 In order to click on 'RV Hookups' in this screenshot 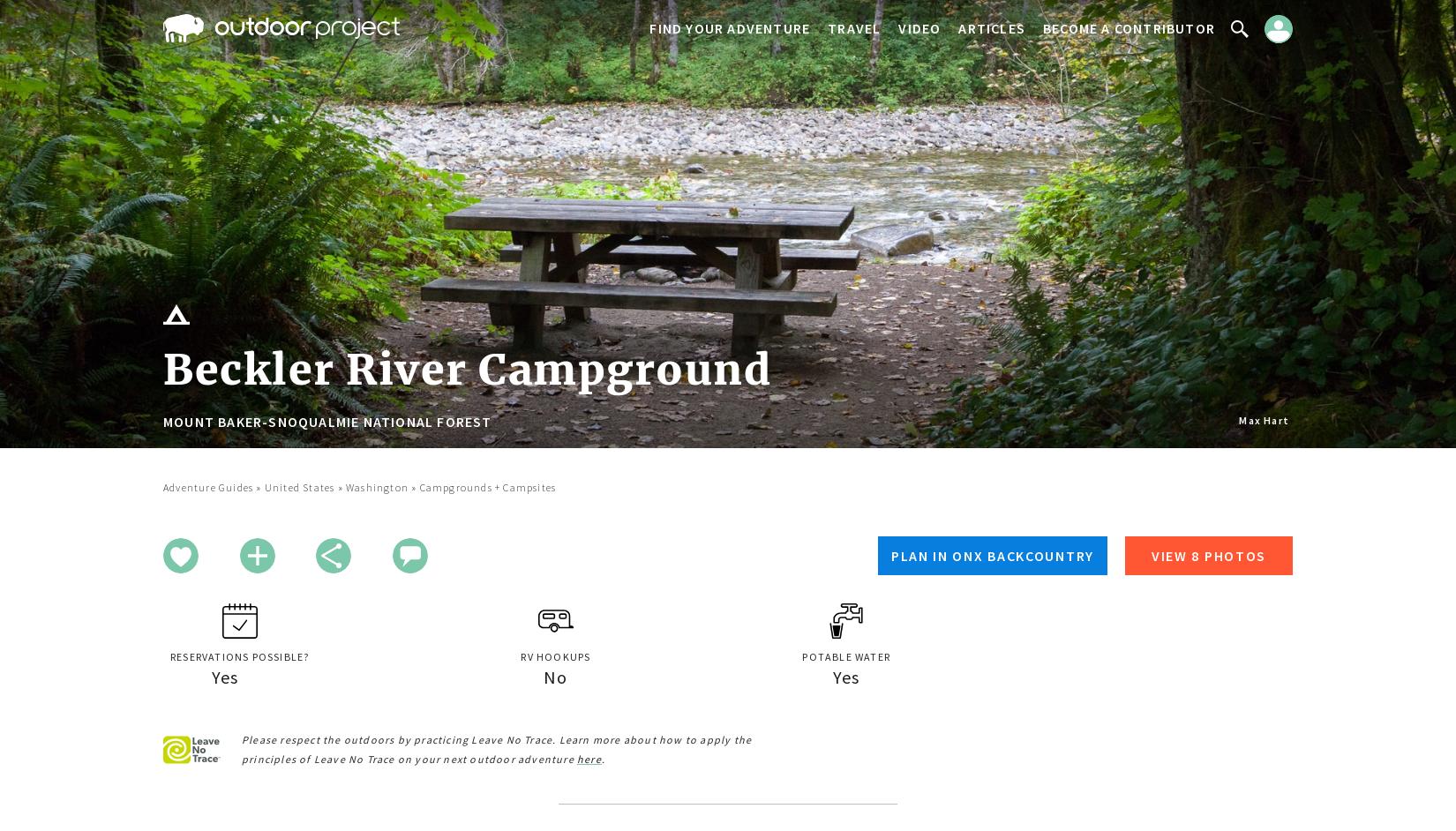, I will do `click(520, 655)`.